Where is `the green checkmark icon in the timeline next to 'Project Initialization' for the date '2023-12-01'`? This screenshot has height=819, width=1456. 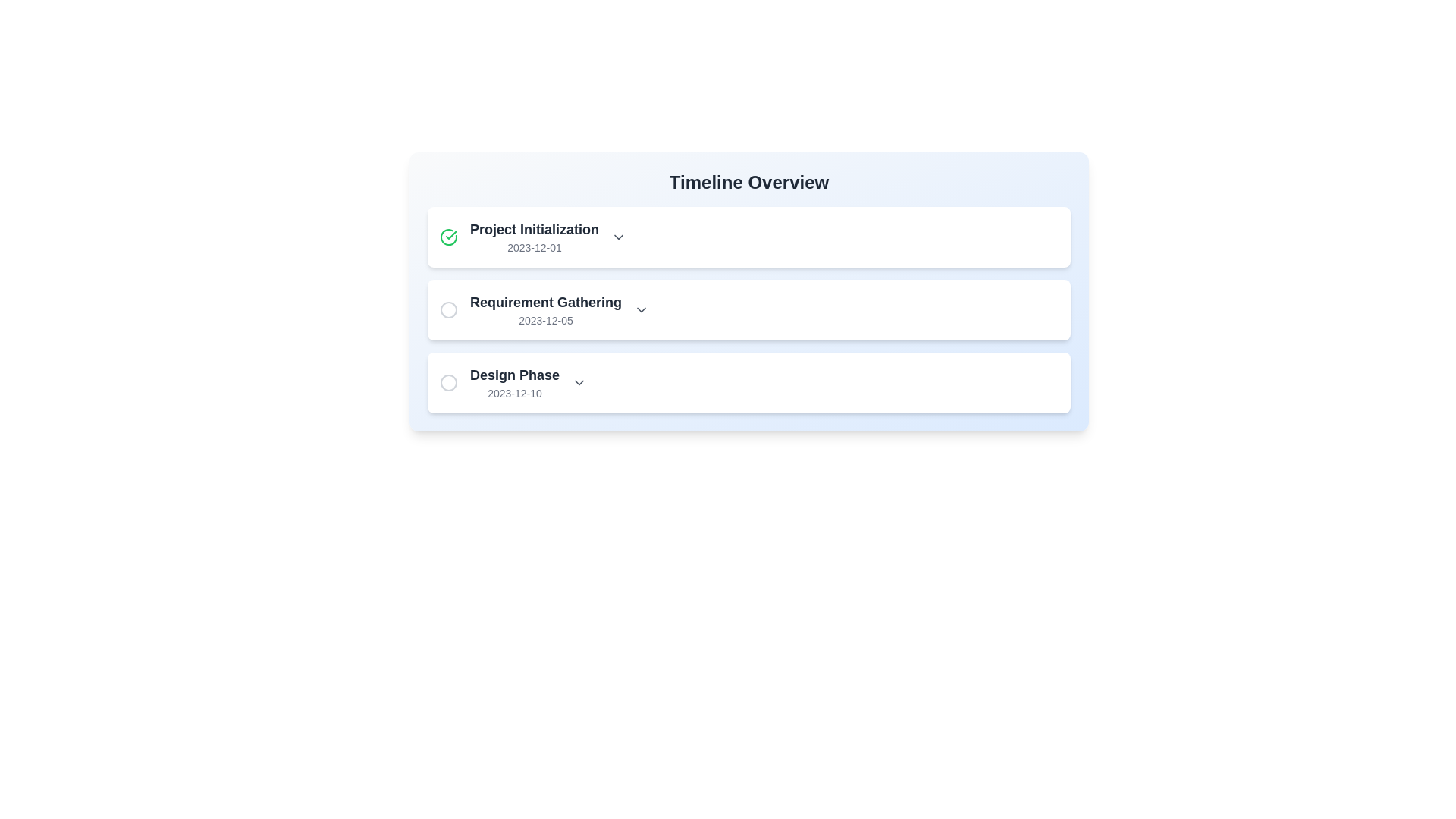
the green checkmark icon in the timeline next to 'Project Initialization' for the date '2023-12-01' is located at coordinates (450, 234).